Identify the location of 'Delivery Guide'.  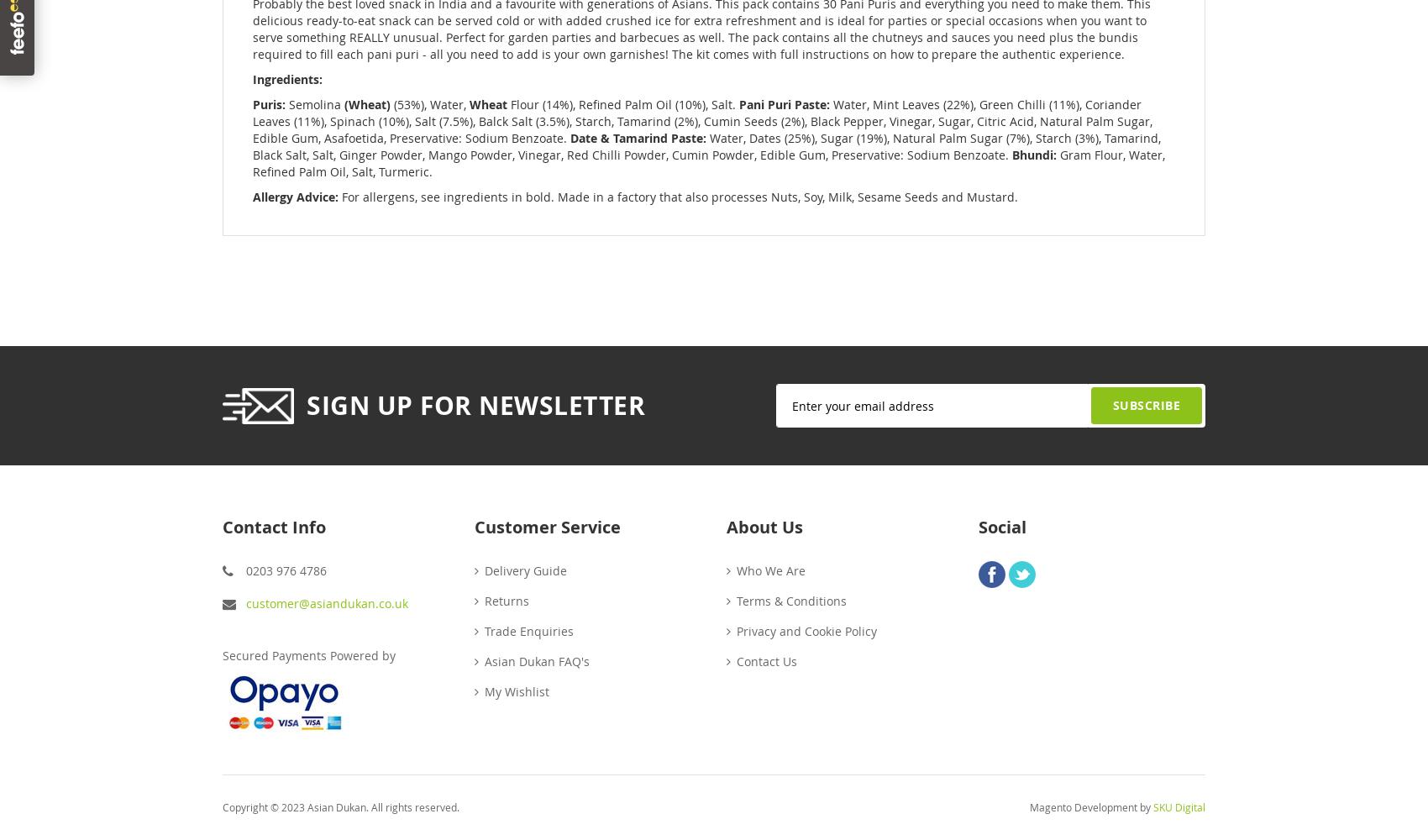
(483, 570).